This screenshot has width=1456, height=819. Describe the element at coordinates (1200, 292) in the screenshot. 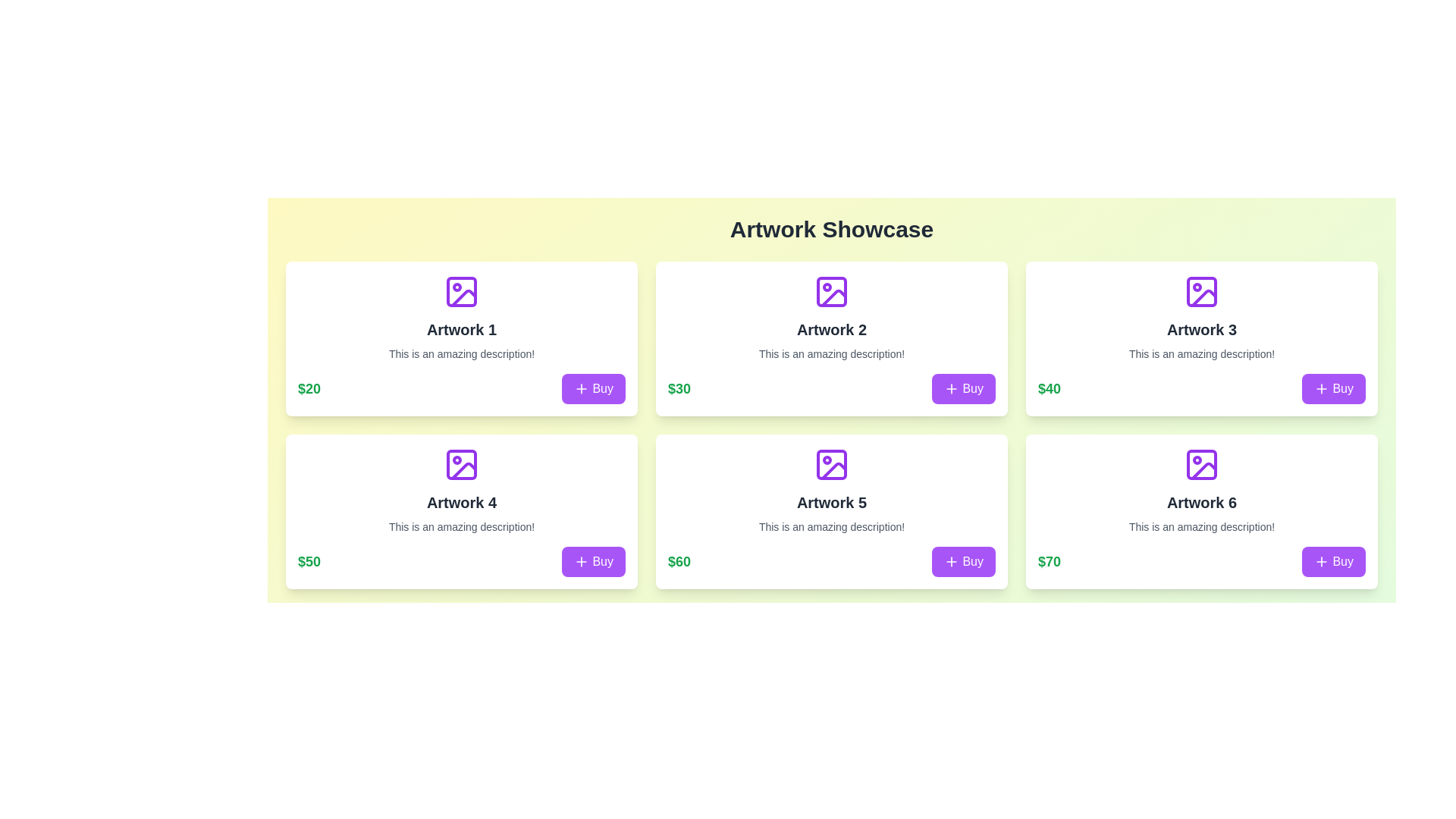

I see `the decorative graphical icon symbolizing the artwork associated with the card labeled 'Artwork 3' located in the top-right section of the multi-card layout` at that location.